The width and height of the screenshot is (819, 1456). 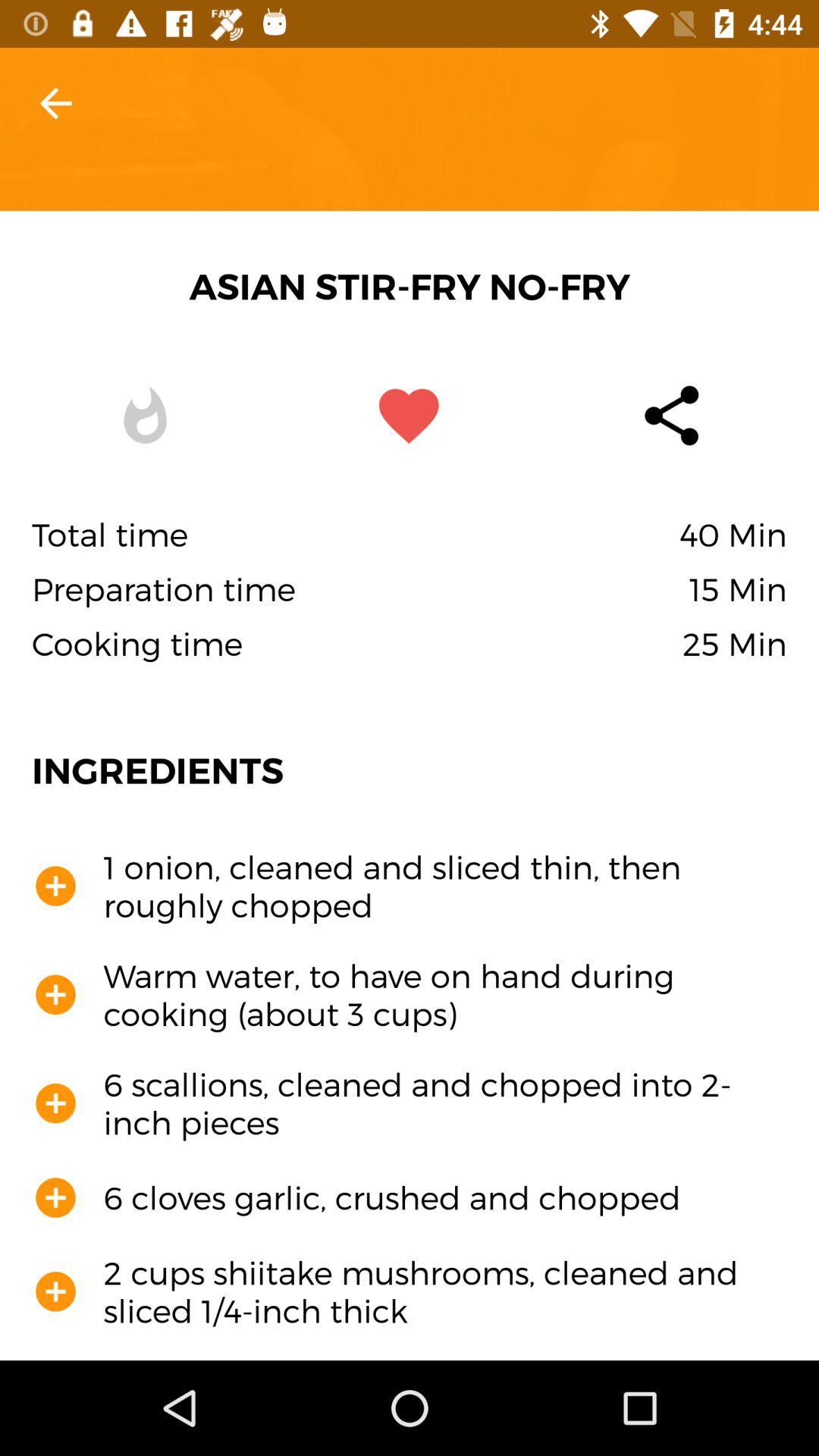 I want to click on the icon which is to the left of the favorite icon, so click(x=146, y=416).